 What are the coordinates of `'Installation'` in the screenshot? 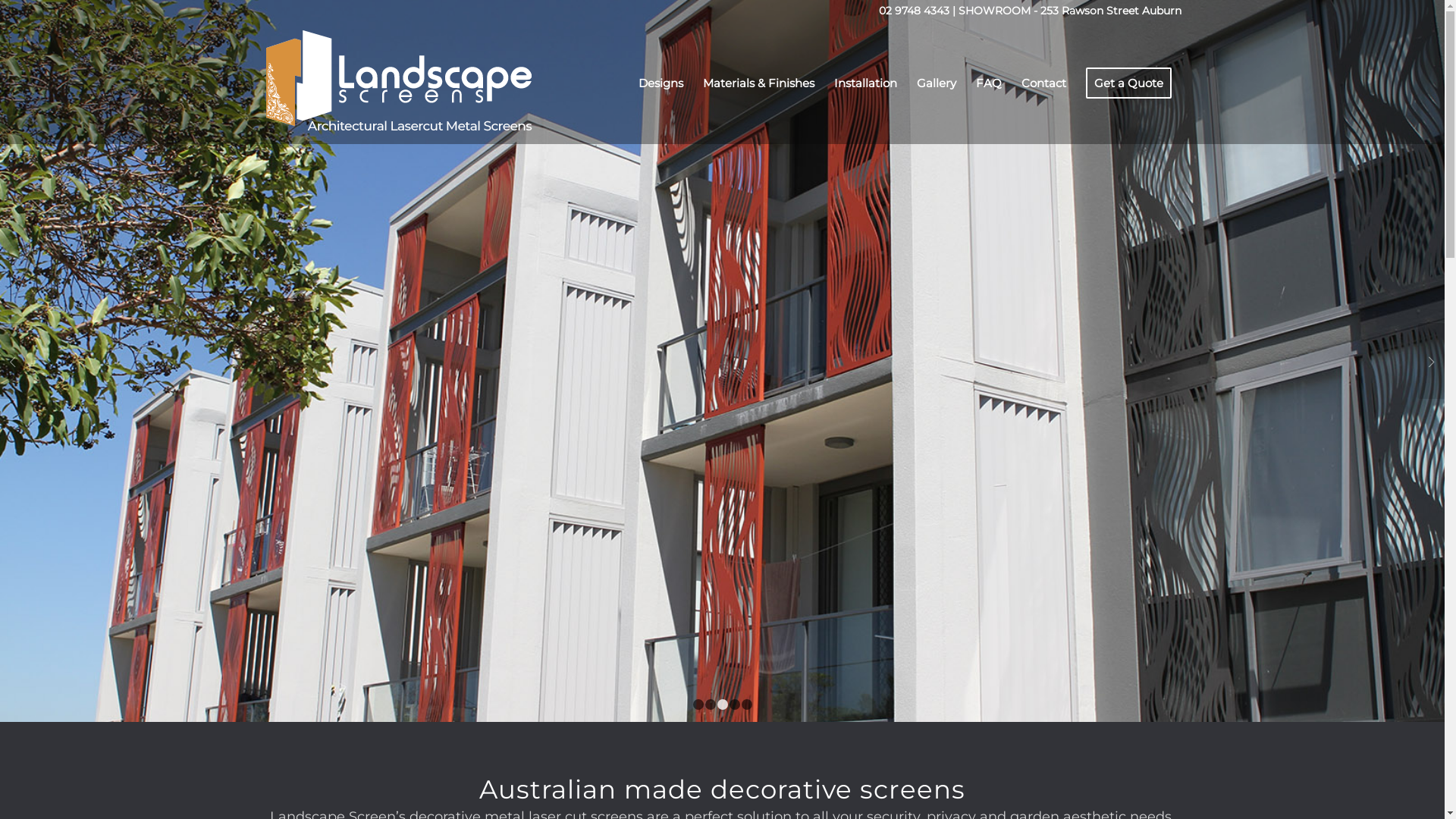 It's located at (864, 83).